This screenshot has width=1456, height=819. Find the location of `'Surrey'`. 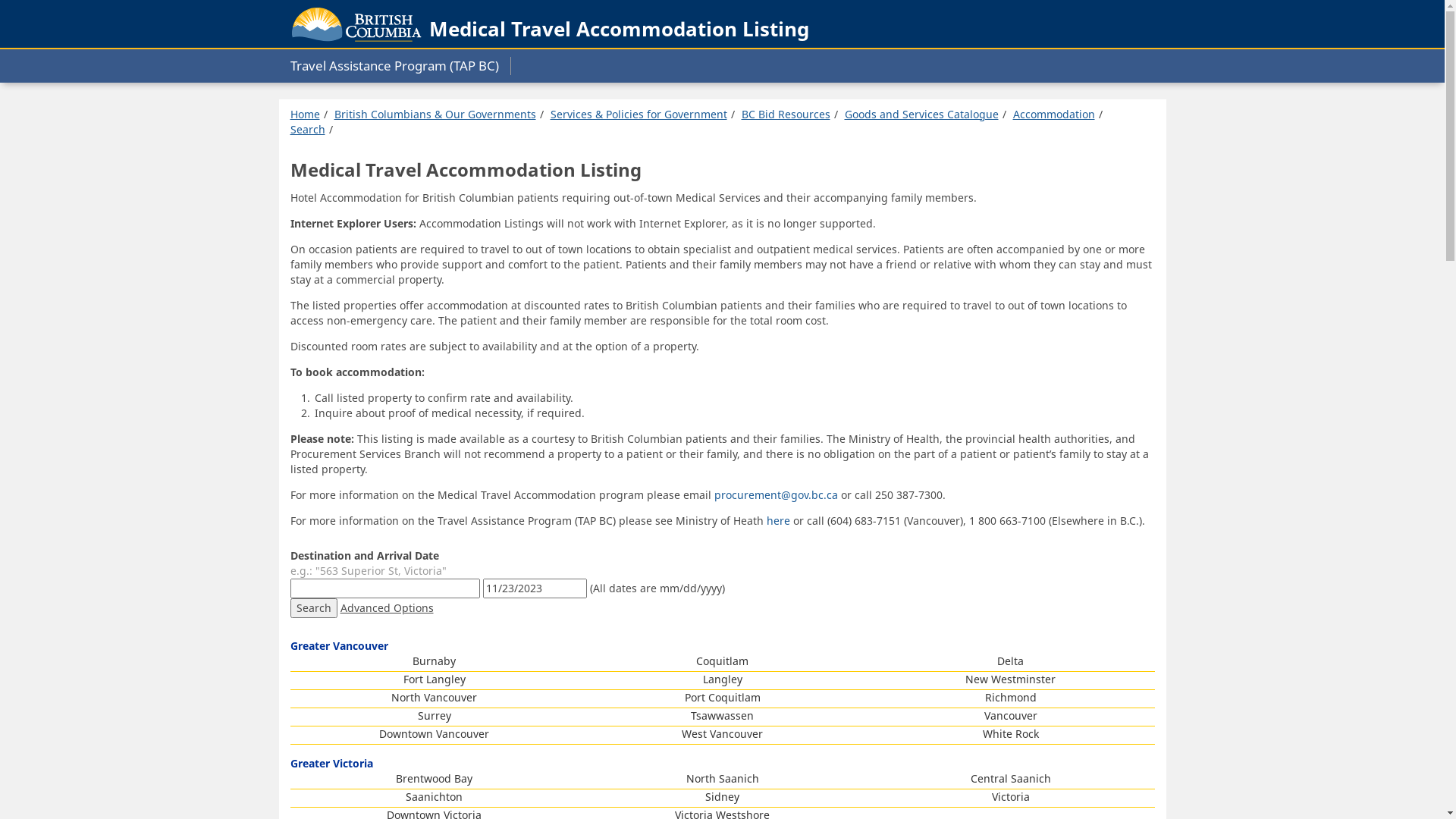

'Surrey' is located at coordinates (432, 715).